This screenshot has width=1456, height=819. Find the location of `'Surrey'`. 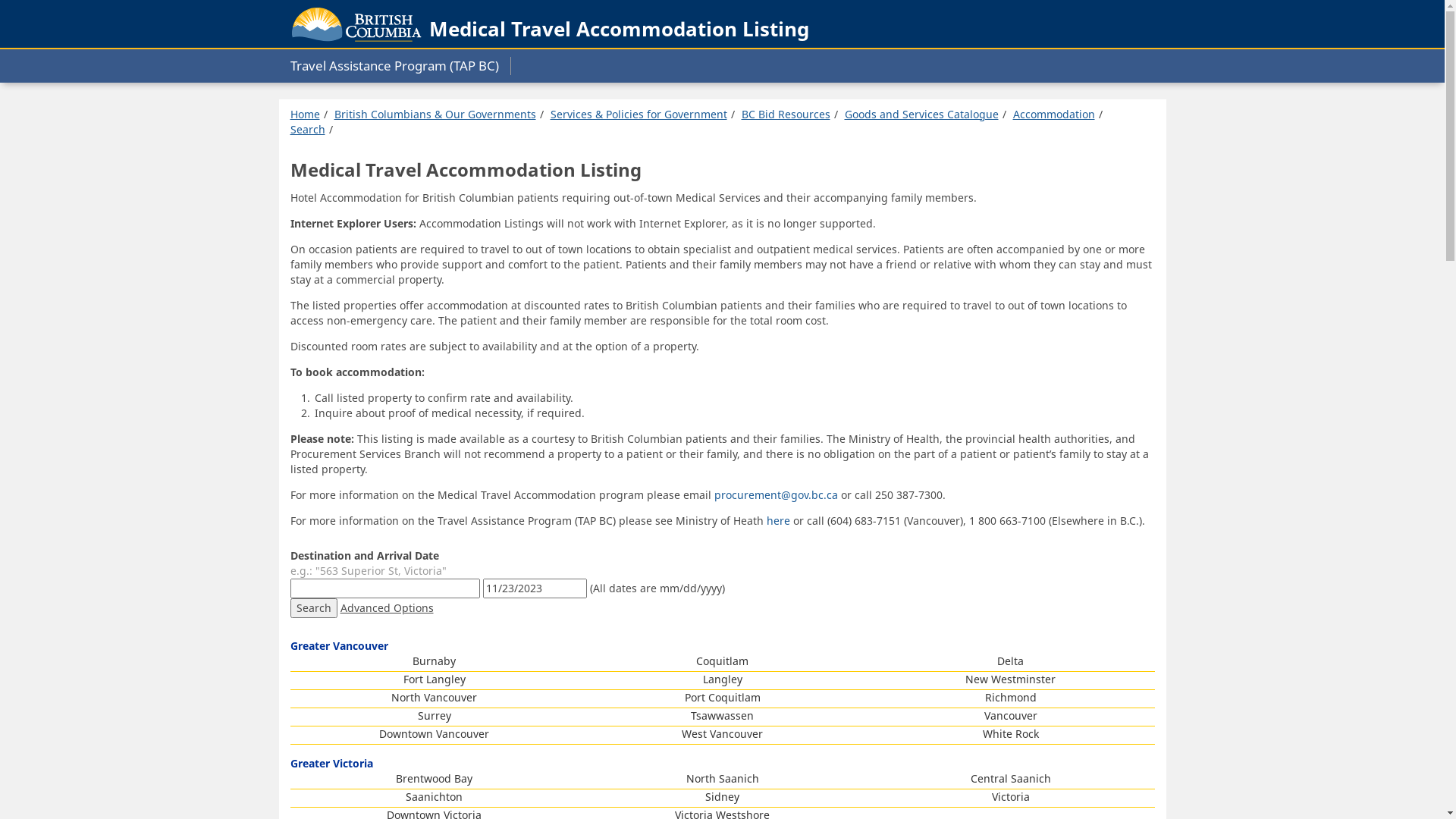

'Surrey' is located at coordinates (432, 715).